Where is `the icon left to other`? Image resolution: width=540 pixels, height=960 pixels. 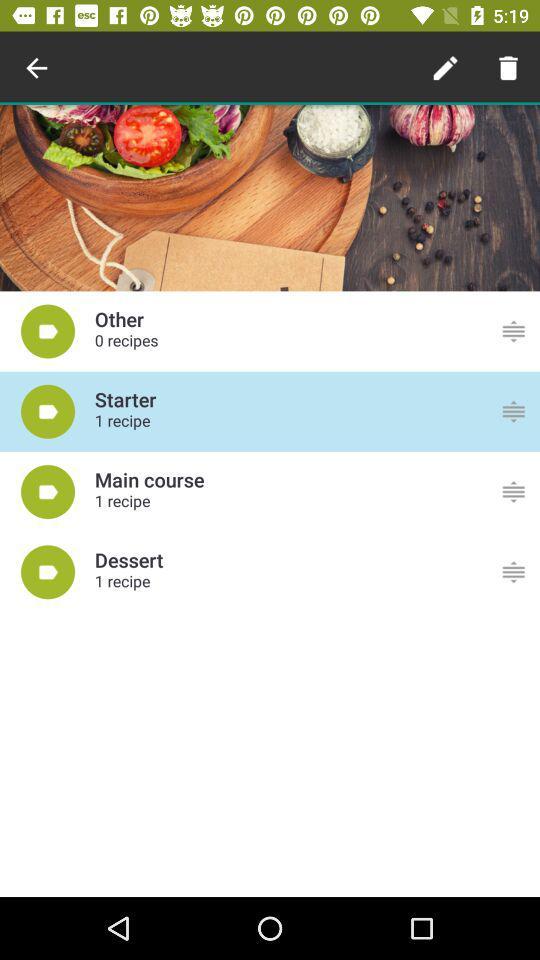 the icon left to other is located at coordinates (48, 331).